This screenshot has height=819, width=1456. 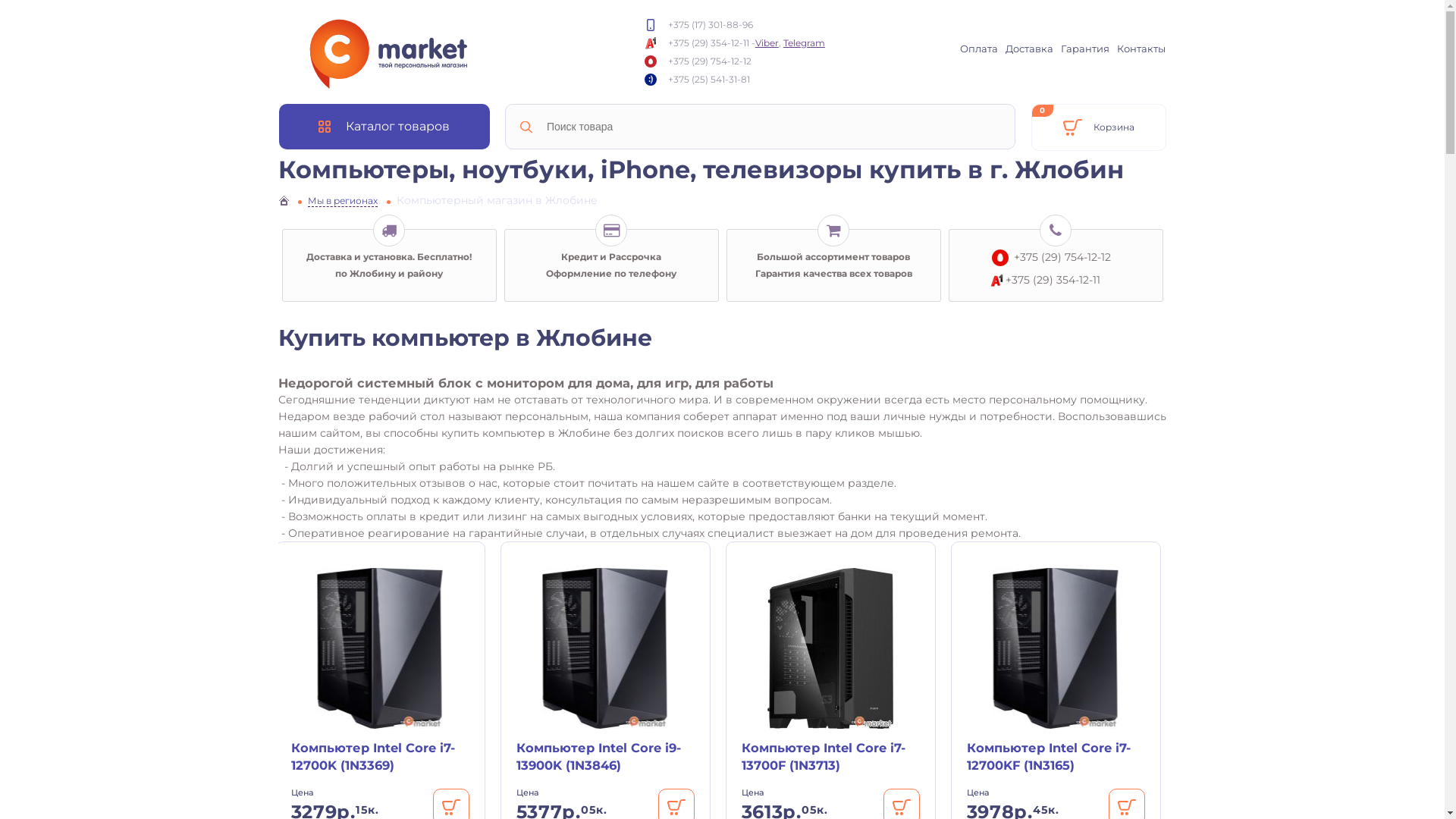 What do you see at coordinates (803, 41) in the screenshot?
I see `'Telegram'` at bounding box center [803, 41].